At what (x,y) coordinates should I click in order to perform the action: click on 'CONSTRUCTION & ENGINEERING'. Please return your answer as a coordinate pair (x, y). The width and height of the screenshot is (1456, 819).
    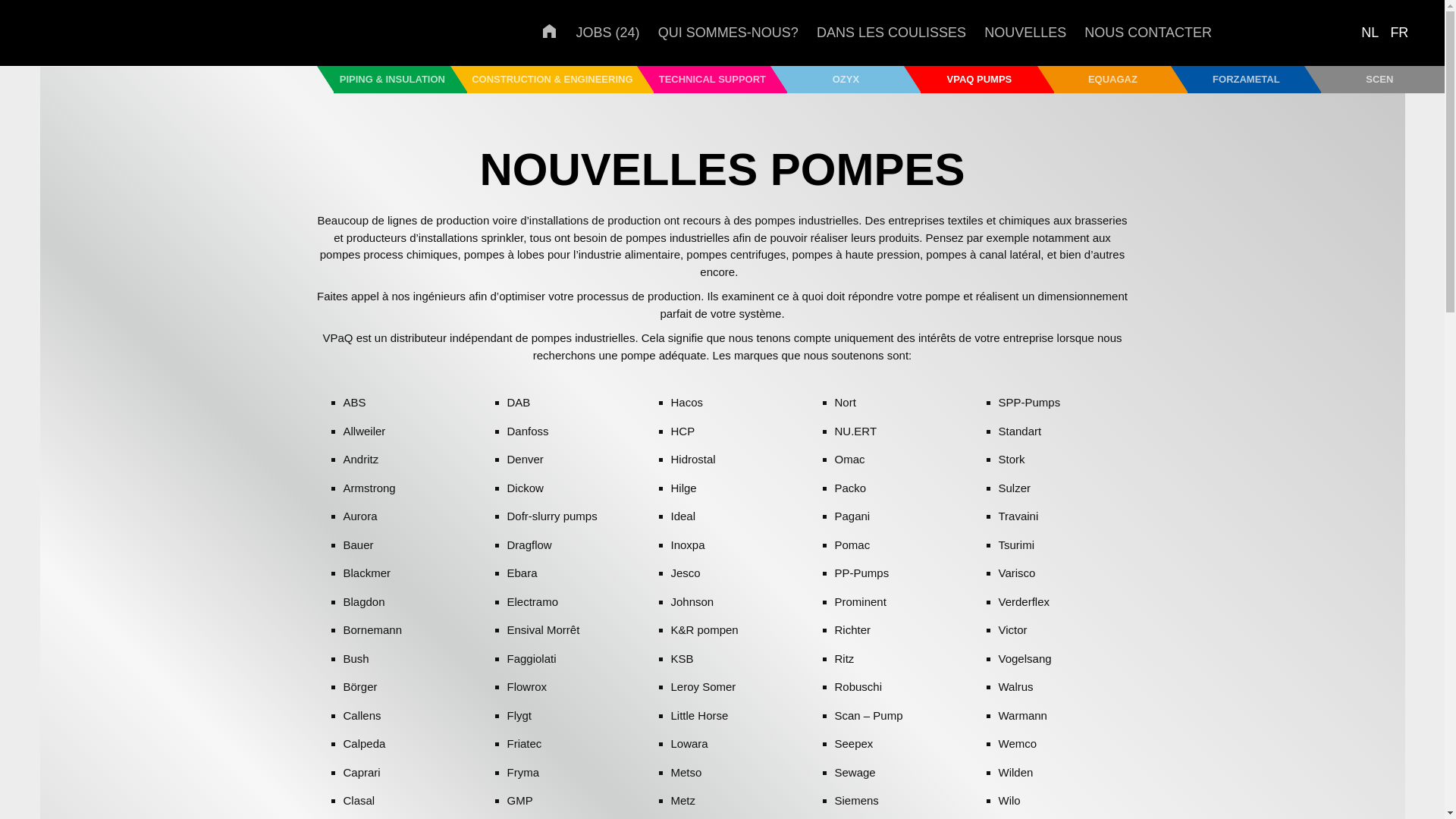
    Looking at the image, I should click on (560, 79).